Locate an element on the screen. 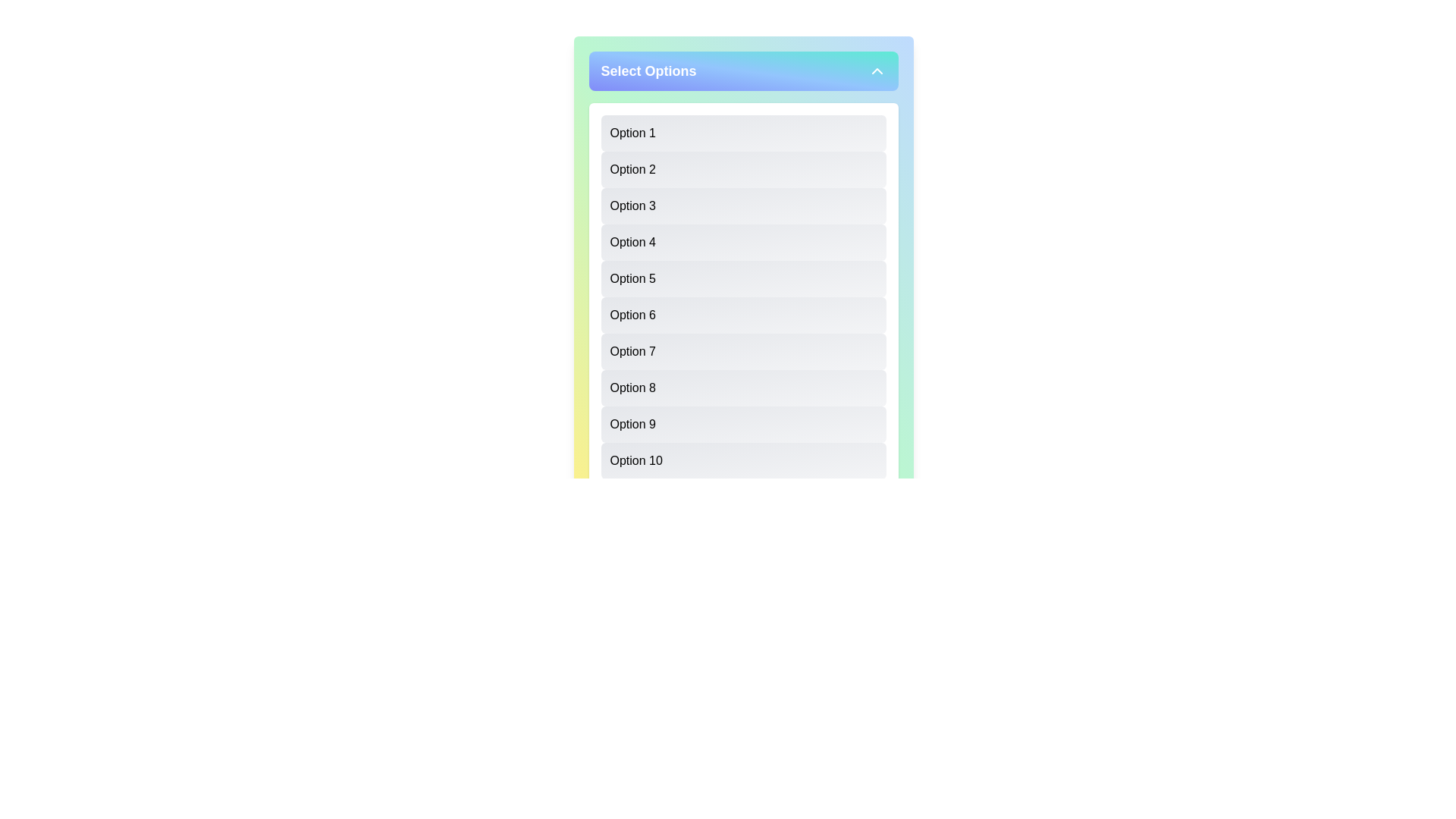 The width and height of the screenshot is (1456, 819). the last button in a vertical list of selectable options is located at coordinates (743, 460).